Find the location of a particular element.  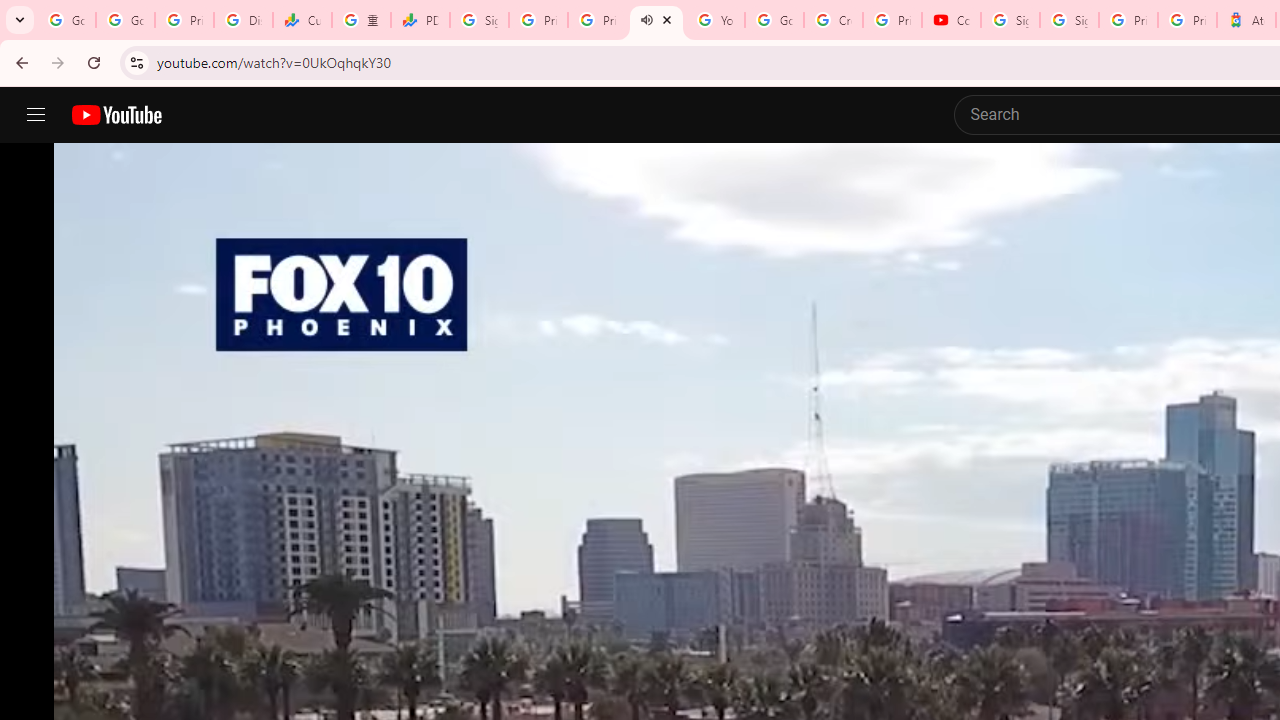

'YouTube Home' is located at coordinates (115, 115).